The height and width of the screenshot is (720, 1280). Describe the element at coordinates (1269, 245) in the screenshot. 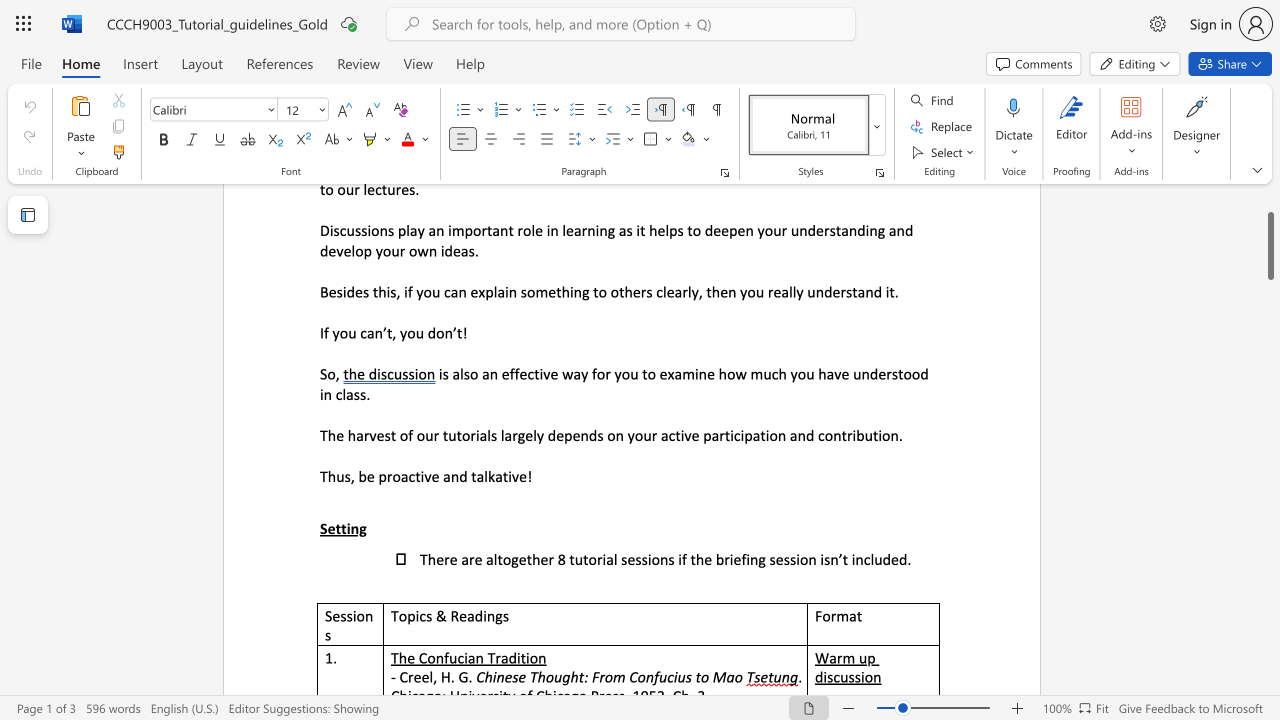

I see `the scrollbar and move down 2420 pixels` at that location.